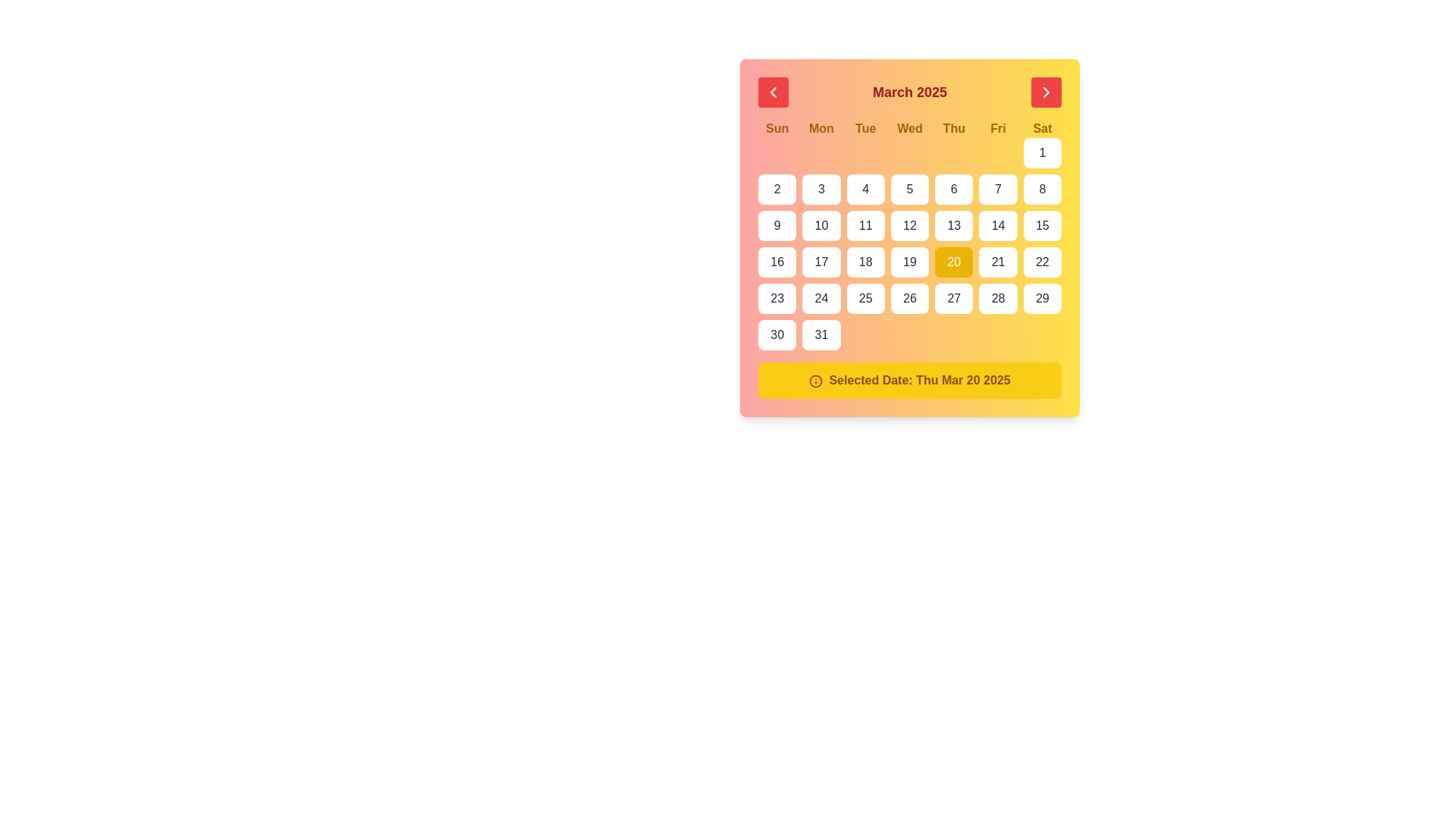 This screenshot has width=1456, height=819. What do you see at coordinates (865, 225) in the screenshot?
I see `the button representing the 11th day of March 2025 in the calendar interface` at bounding box center [865, 225].